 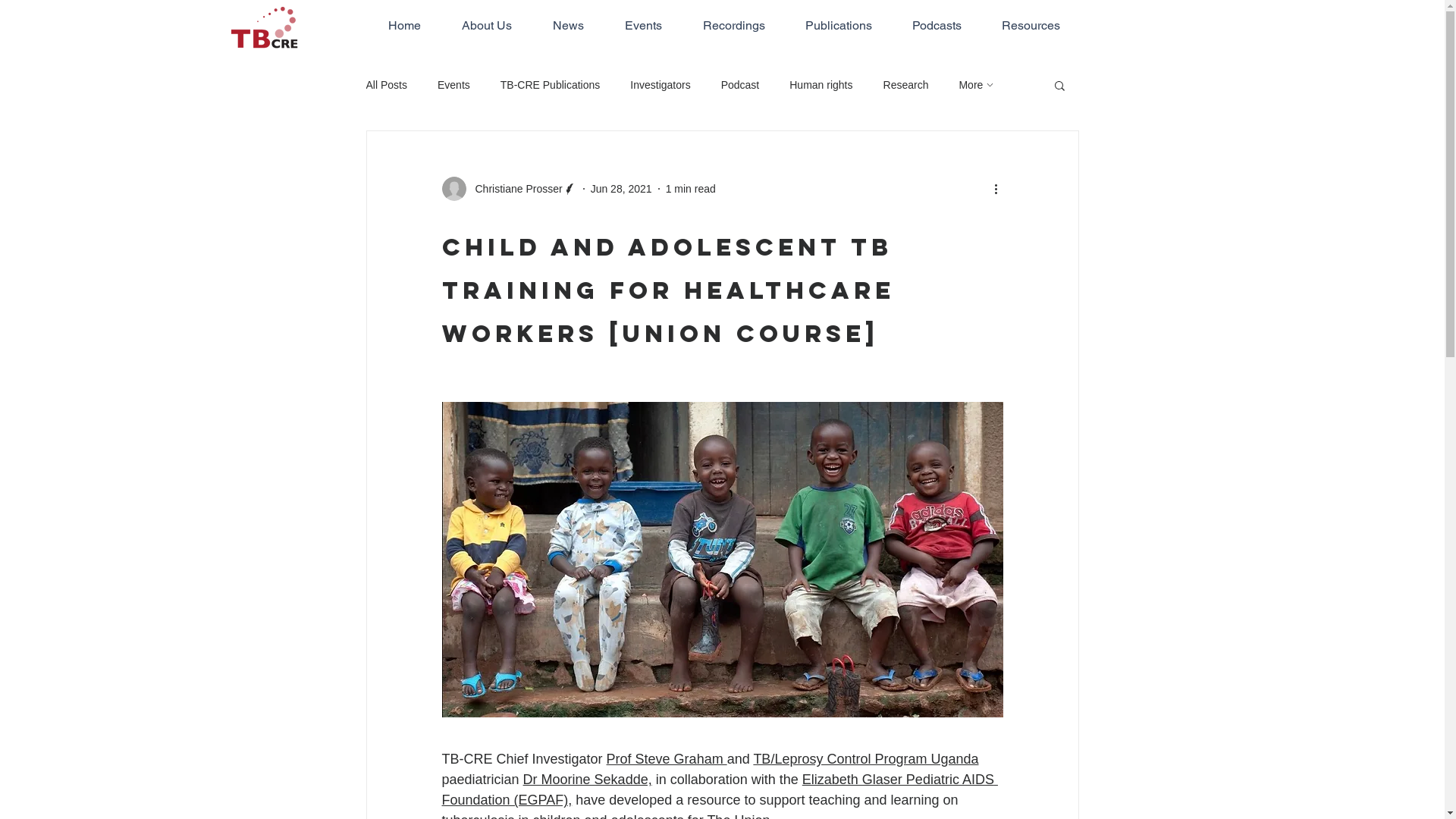 What do you see at coordinates (718, 789) in the screenshot?
I see `'Elizabeth Glaser Pediatric AIDS Foundation (EGPAF),'` at bounding box center [718, 789].